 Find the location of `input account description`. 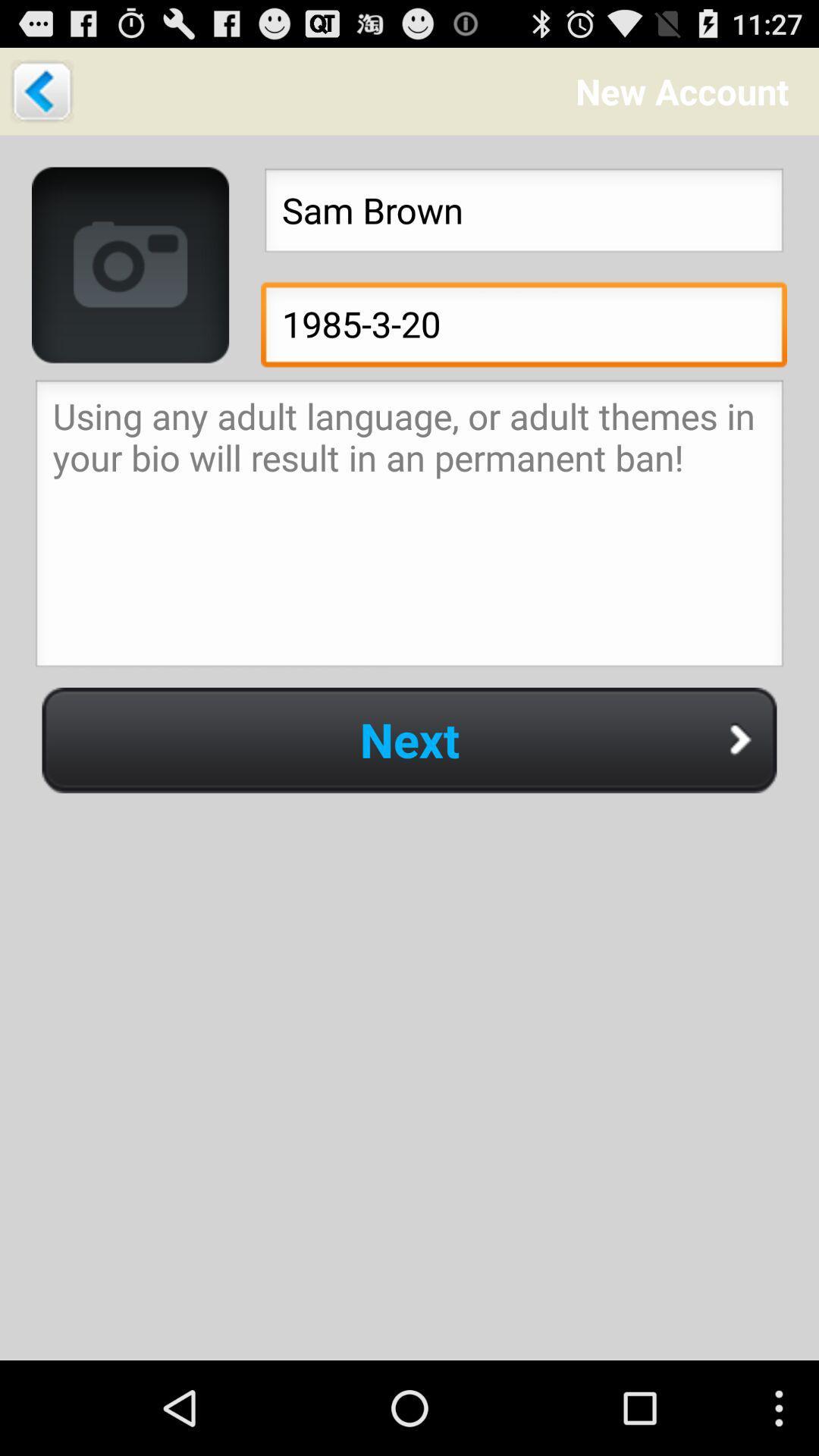

input account description is located at coordinates (409, 528).